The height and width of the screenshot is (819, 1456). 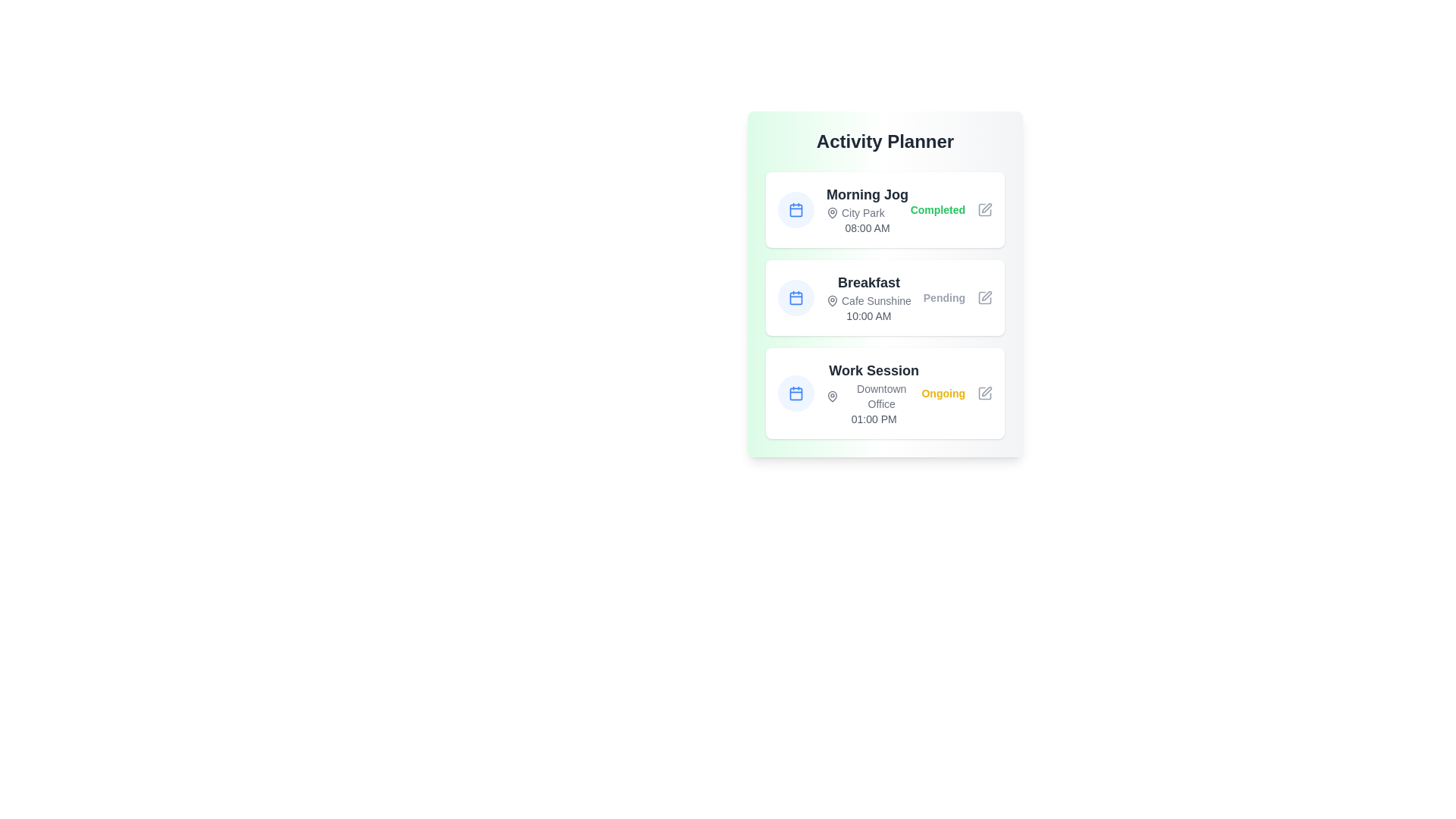 What do you see at coordinates (985, 210) in the screenshot?
I see `the edit pencil icon with a gray outline located after the word 'Completed' in the 'Morning Jog' task row of the 'Activity Planner'` at bounding box center [985, 210].